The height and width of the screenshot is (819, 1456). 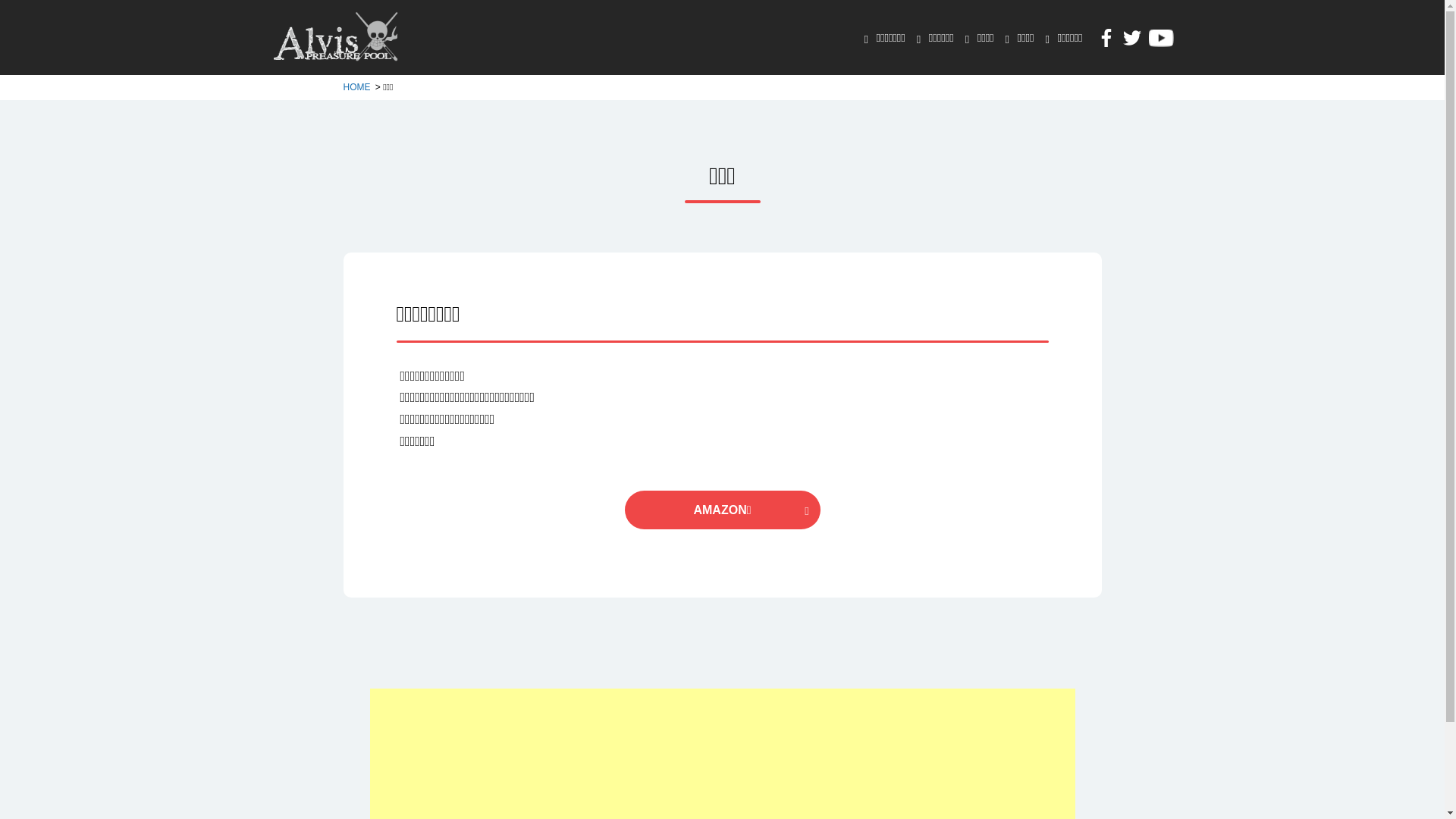 What do you see at coordinates (356, 87) in the screenshot?
I see `'HOME'` at bounding box center [356, 87].